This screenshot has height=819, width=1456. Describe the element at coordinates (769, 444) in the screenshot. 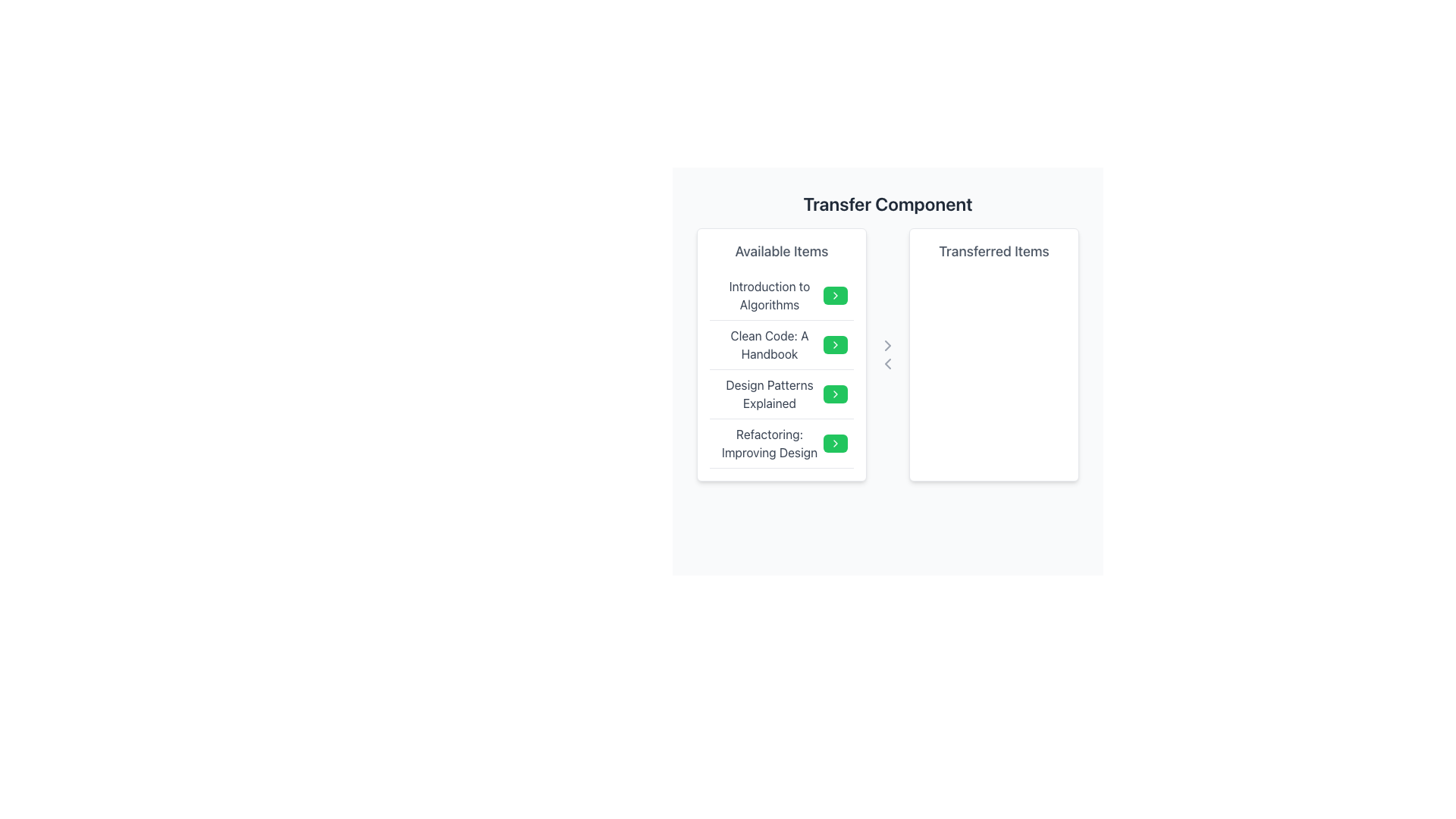

I see `the text label that identifies the fourth entry in the 'Available Items' list, located below 'Design Patterns Explained'` at that location.